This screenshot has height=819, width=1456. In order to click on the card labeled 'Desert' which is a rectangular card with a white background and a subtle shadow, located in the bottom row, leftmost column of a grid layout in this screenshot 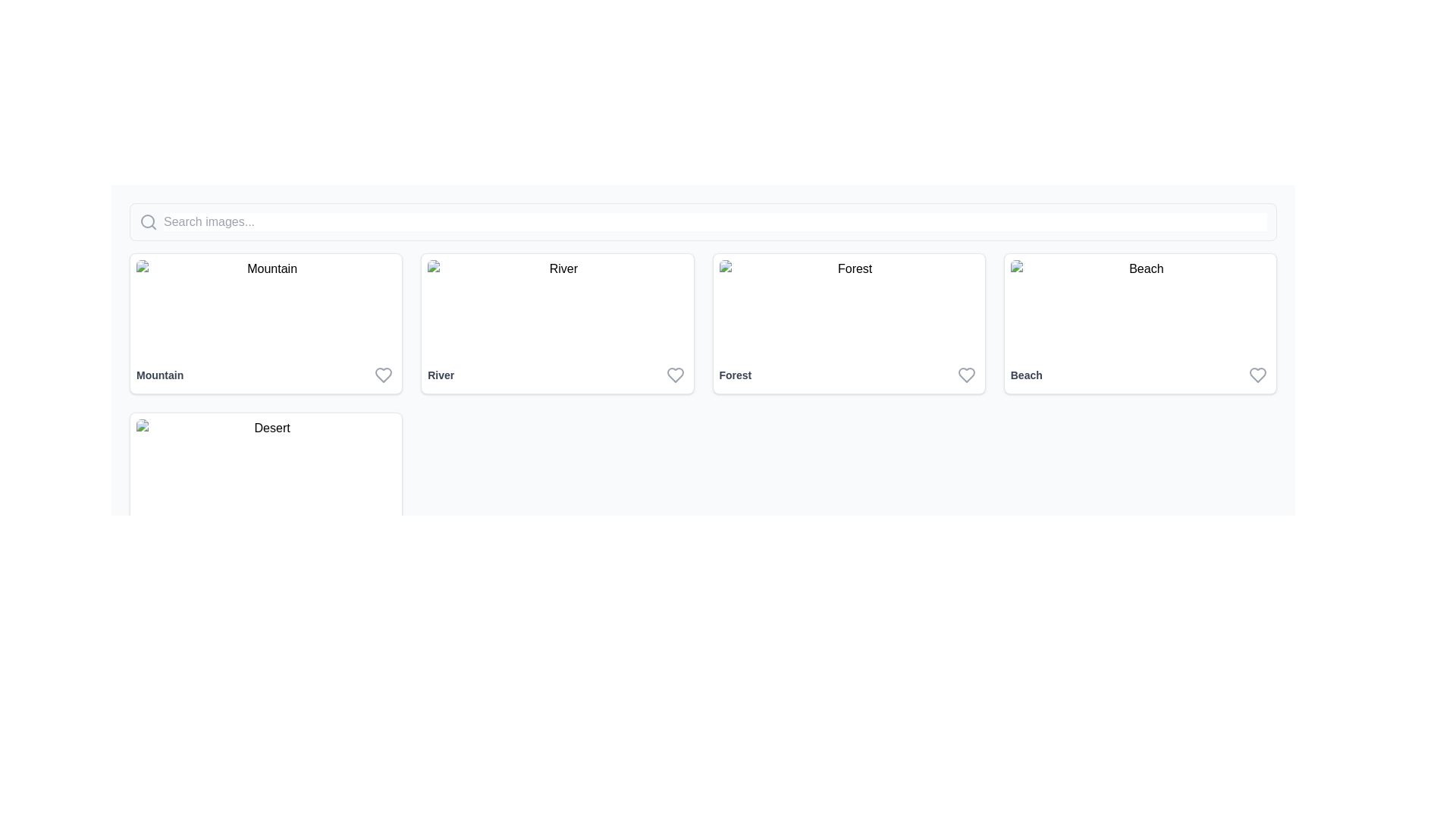, I will do `click(266, 482)`.